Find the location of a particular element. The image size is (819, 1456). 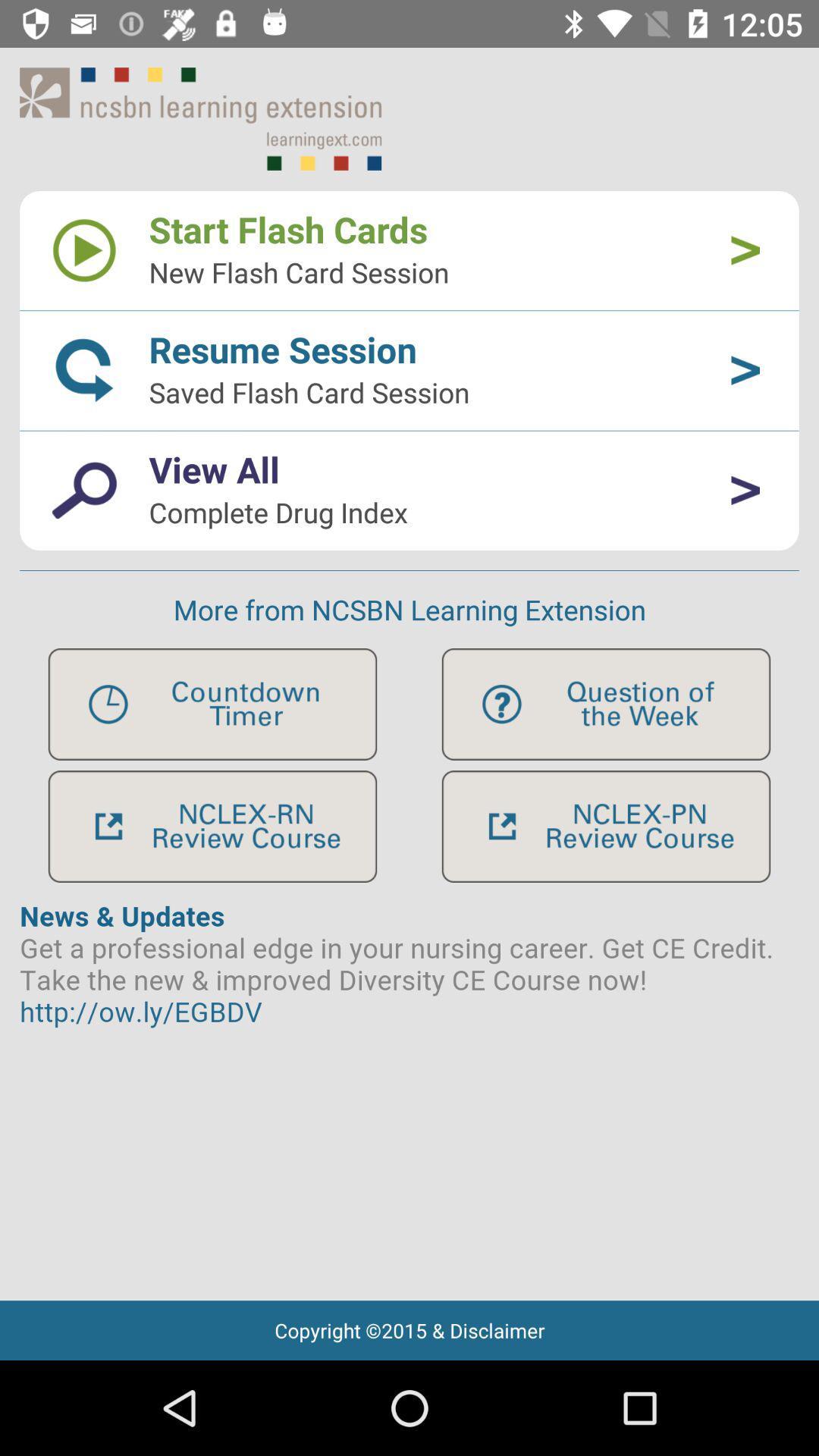

advertisement is located at coordinates (409, 1090).